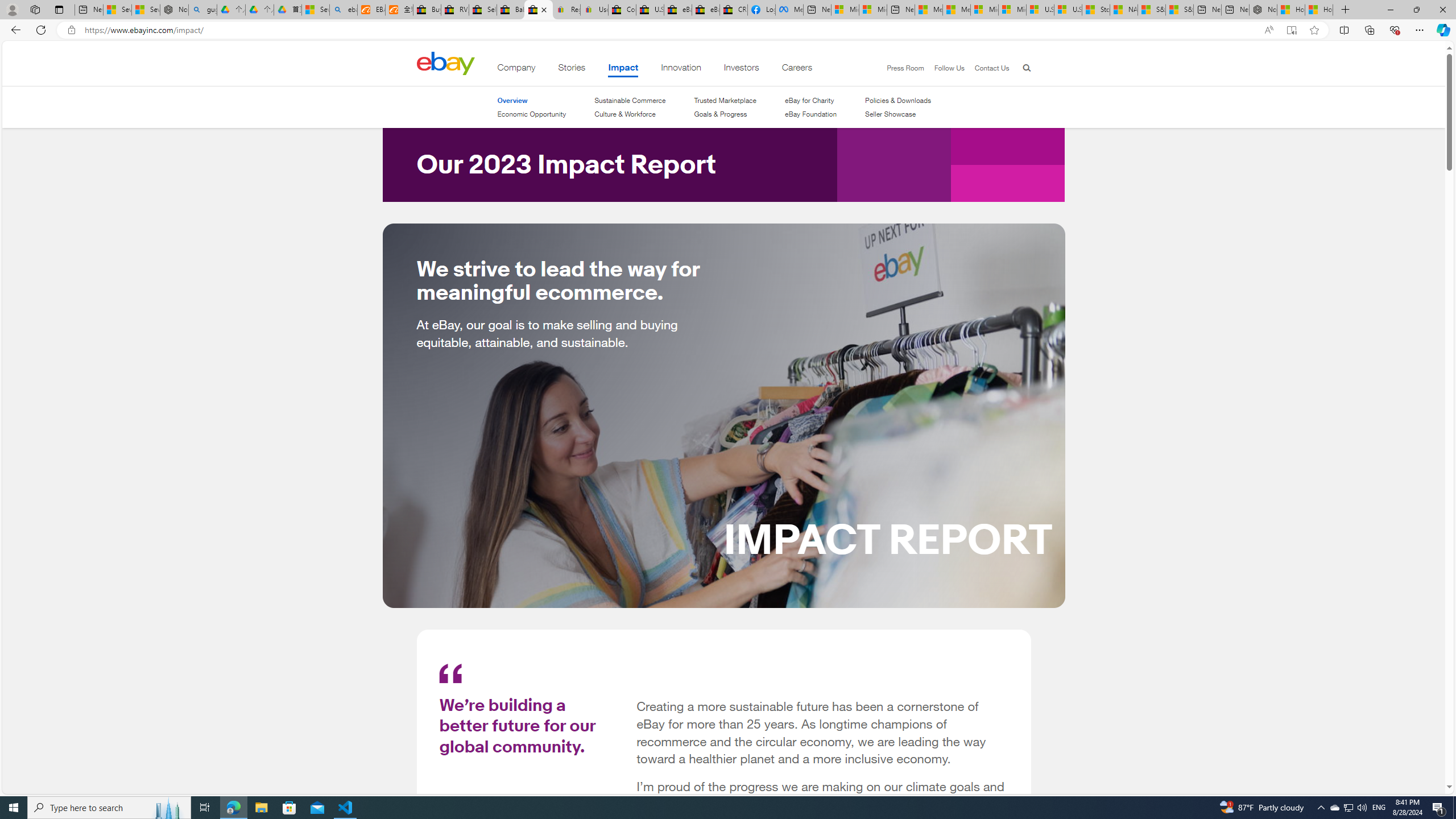 The image size is (1456, 819). I want to click on 'Overview', so click(511, 100).